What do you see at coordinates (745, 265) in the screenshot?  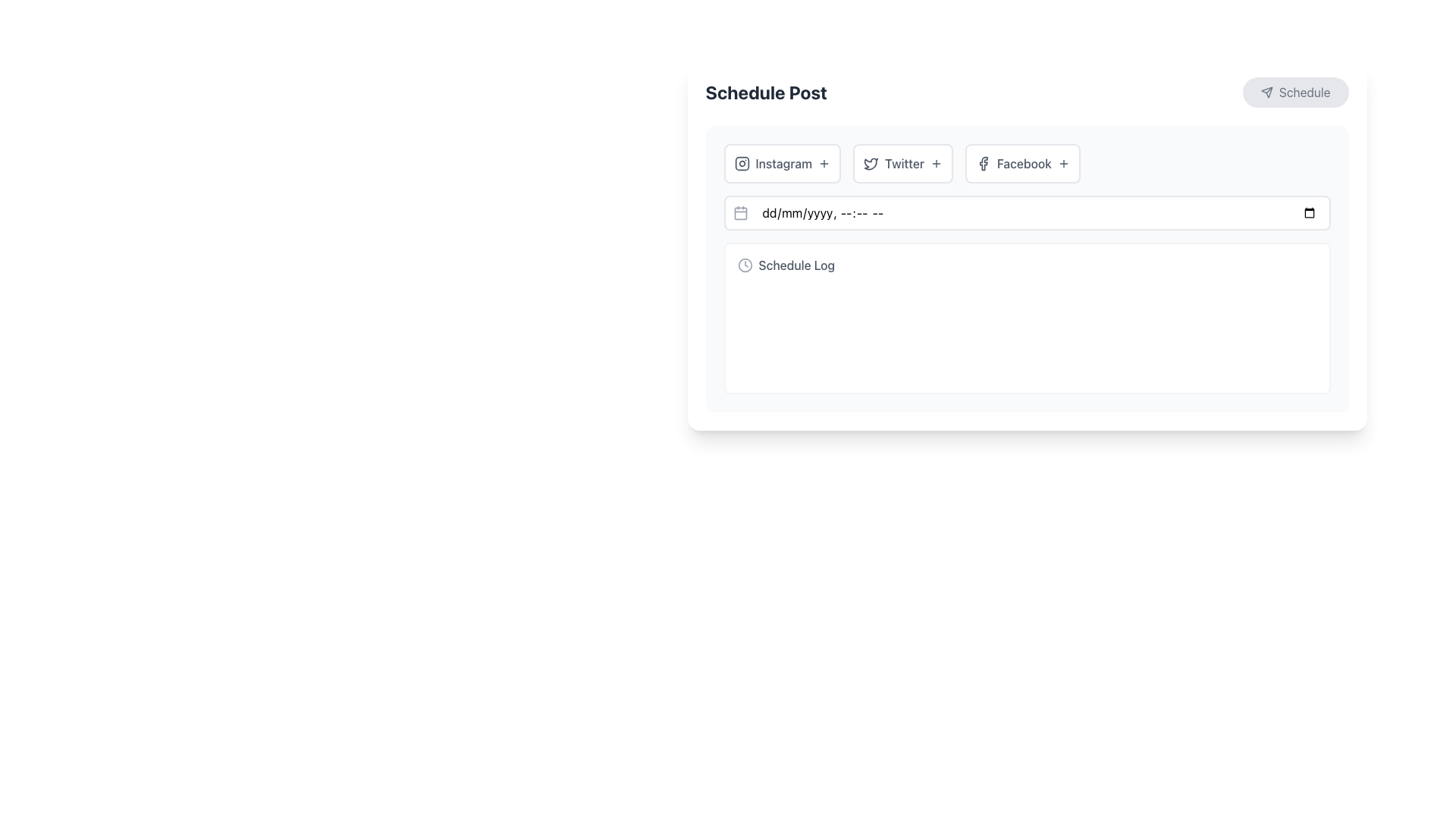 I see `the circular clock face icon located to the left of the 'Schedule Log' title in the log section's header` at bounding box center [745, 265].